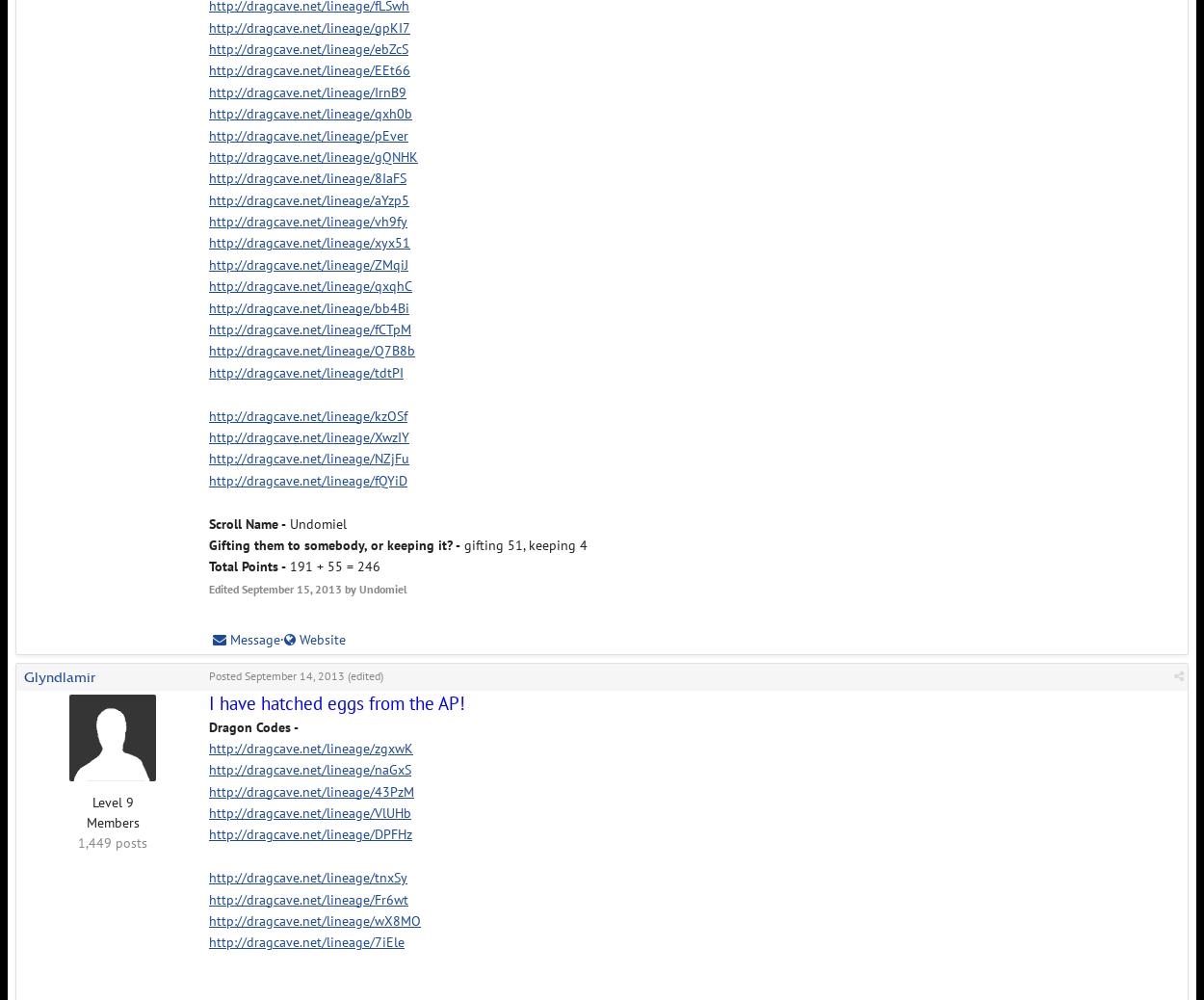  What do you see at coordinates (112, 843) in the screenshot?
I see `'1,449 posts'` at bounding box center [112, 843].